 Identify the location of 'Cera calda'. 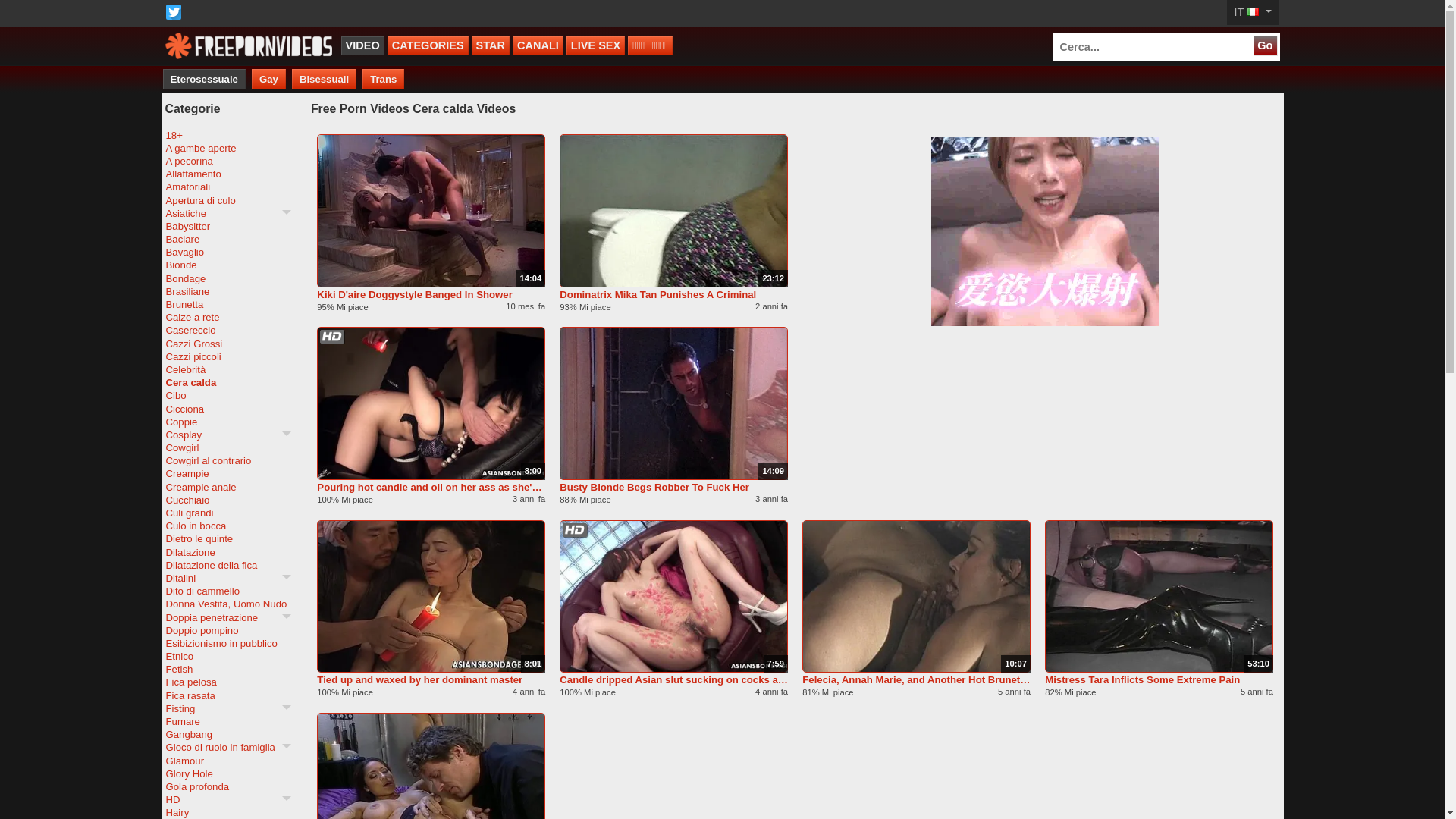
(227, 381).